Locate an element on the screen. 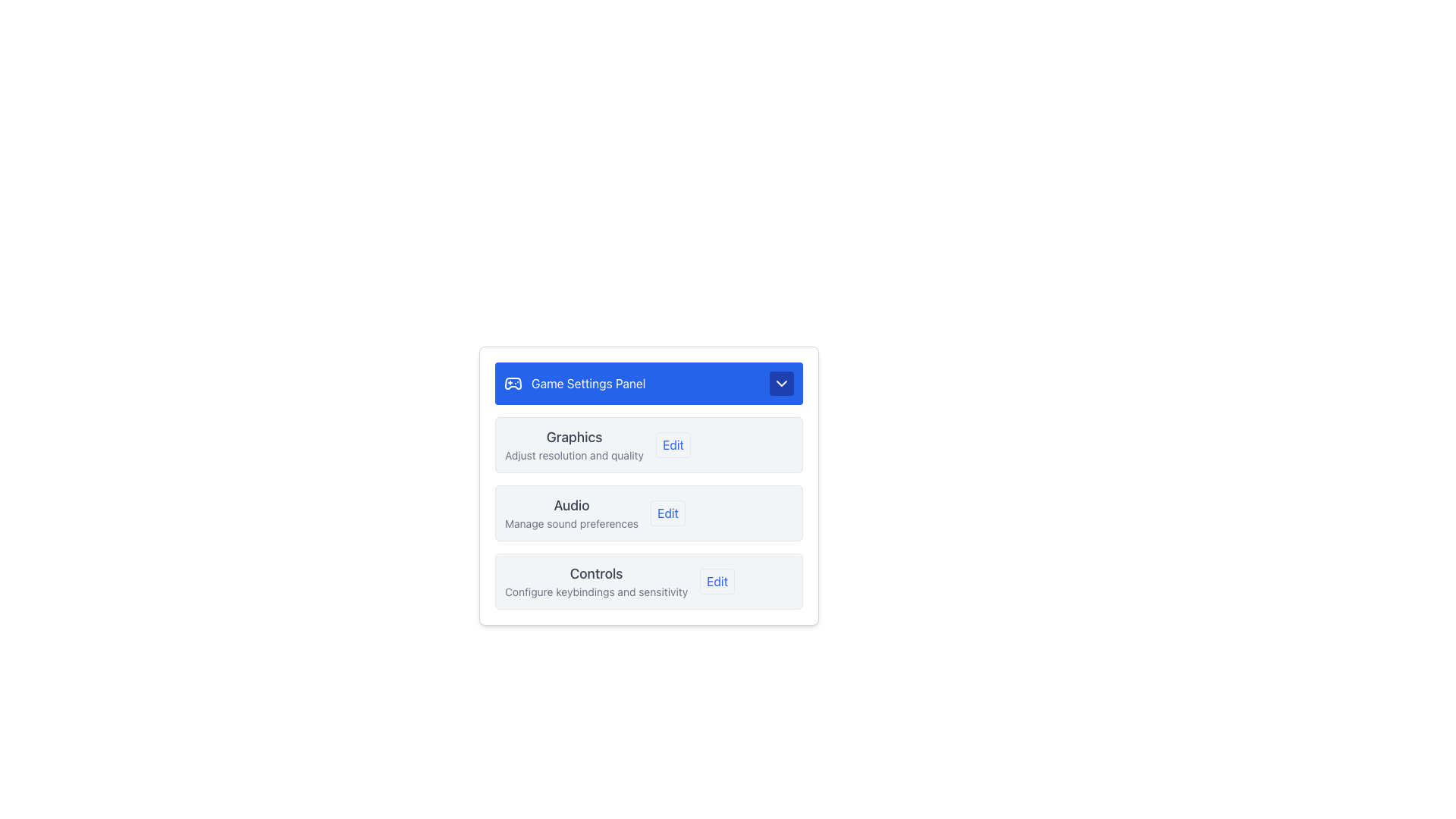 The width and height of the screenshot is (1456, 819). the 'Edit' button, which is a small rectangular button with blue text on a transparent background located in the 'Graphics' section of the 'Game Settings Panel' is located at coordinates (673, 444).